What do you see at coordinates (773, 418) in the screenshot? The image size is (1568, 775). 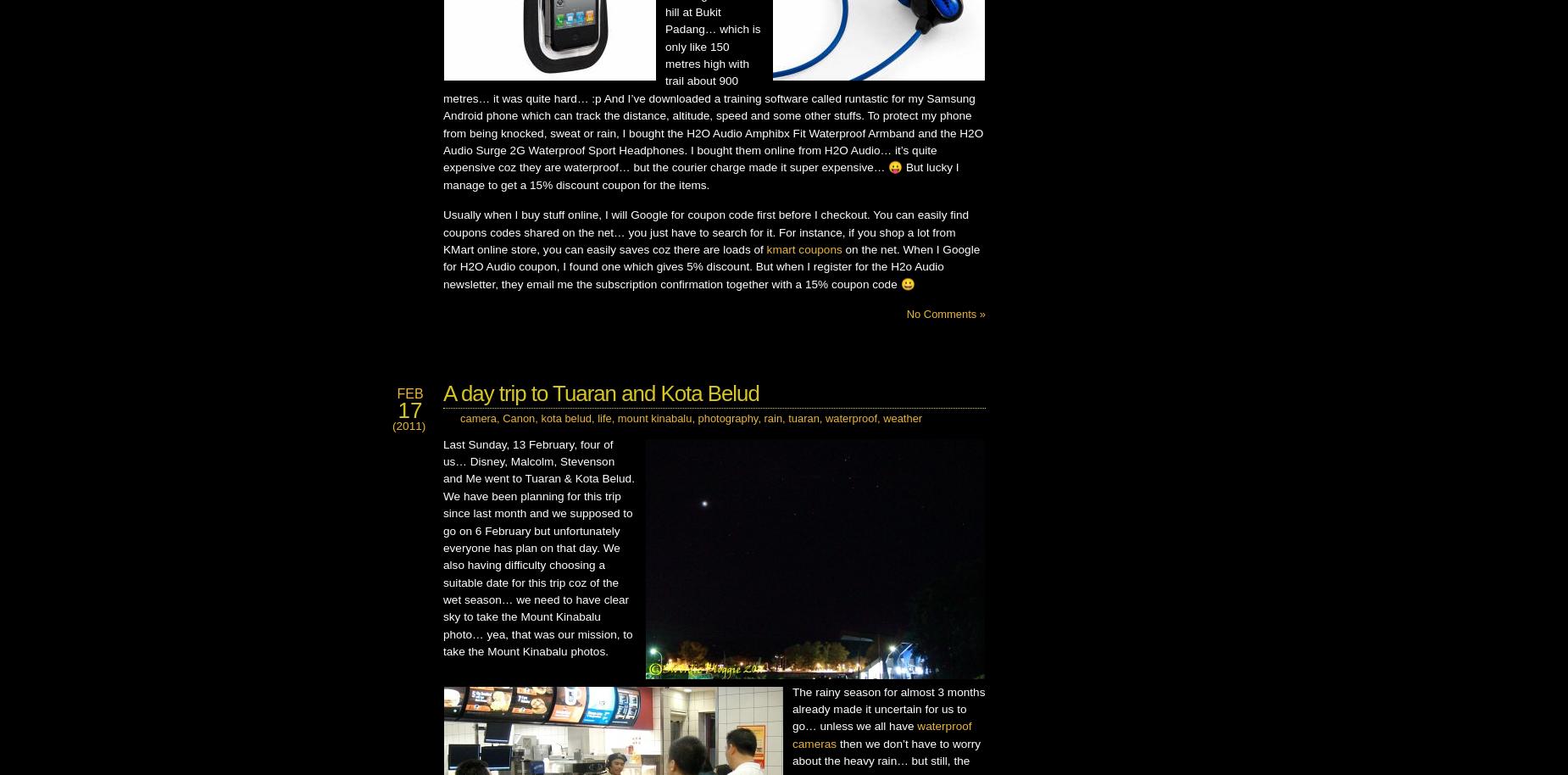 I see `'rain'` at bounding box center [773, 418].